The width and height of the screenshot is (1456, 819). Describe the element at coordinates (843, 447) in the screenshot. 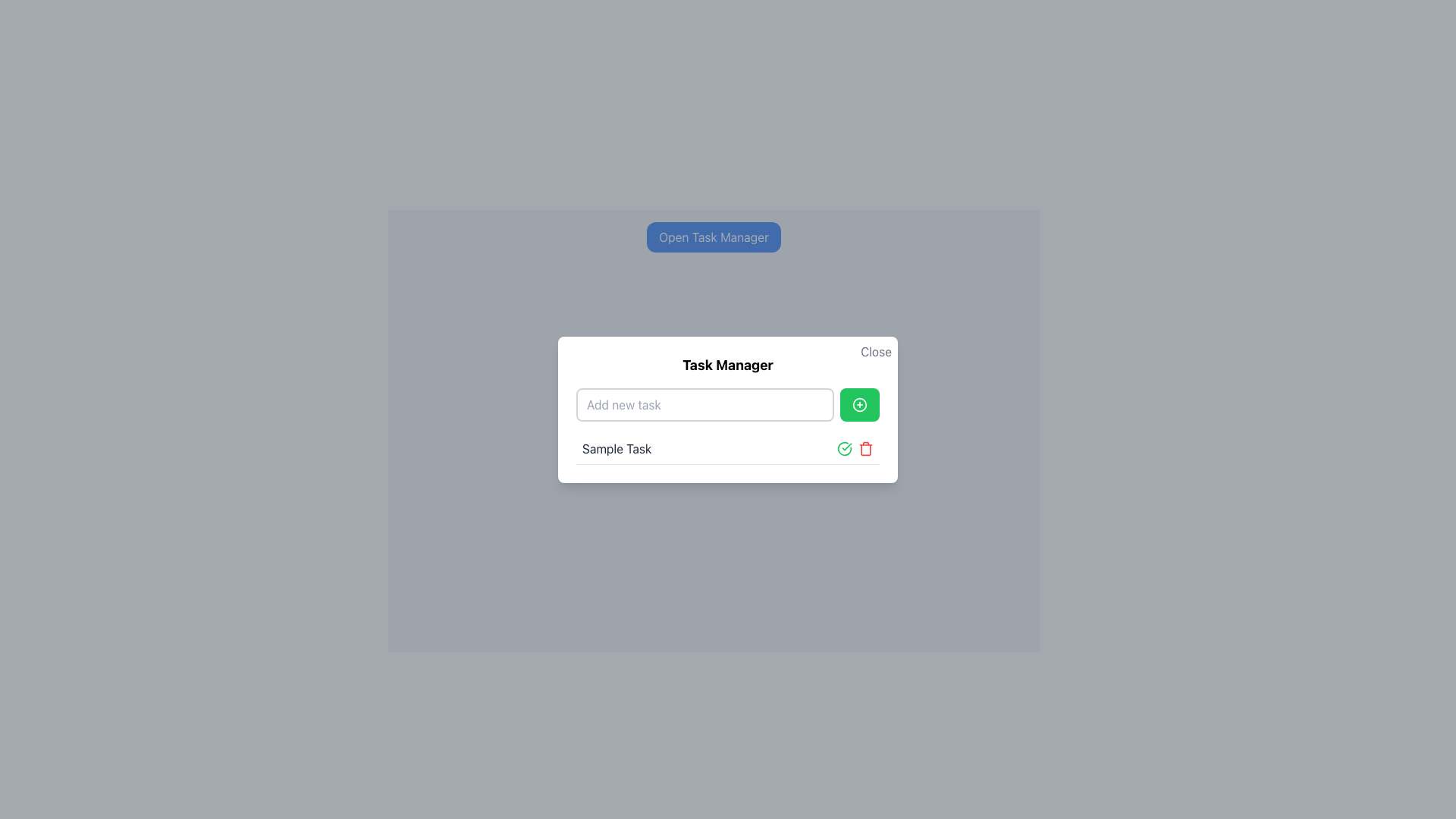

I see `the green circular confirmation icon with a check mark located to the right of the input field for adding new tasks in the task manager interface` at that location.